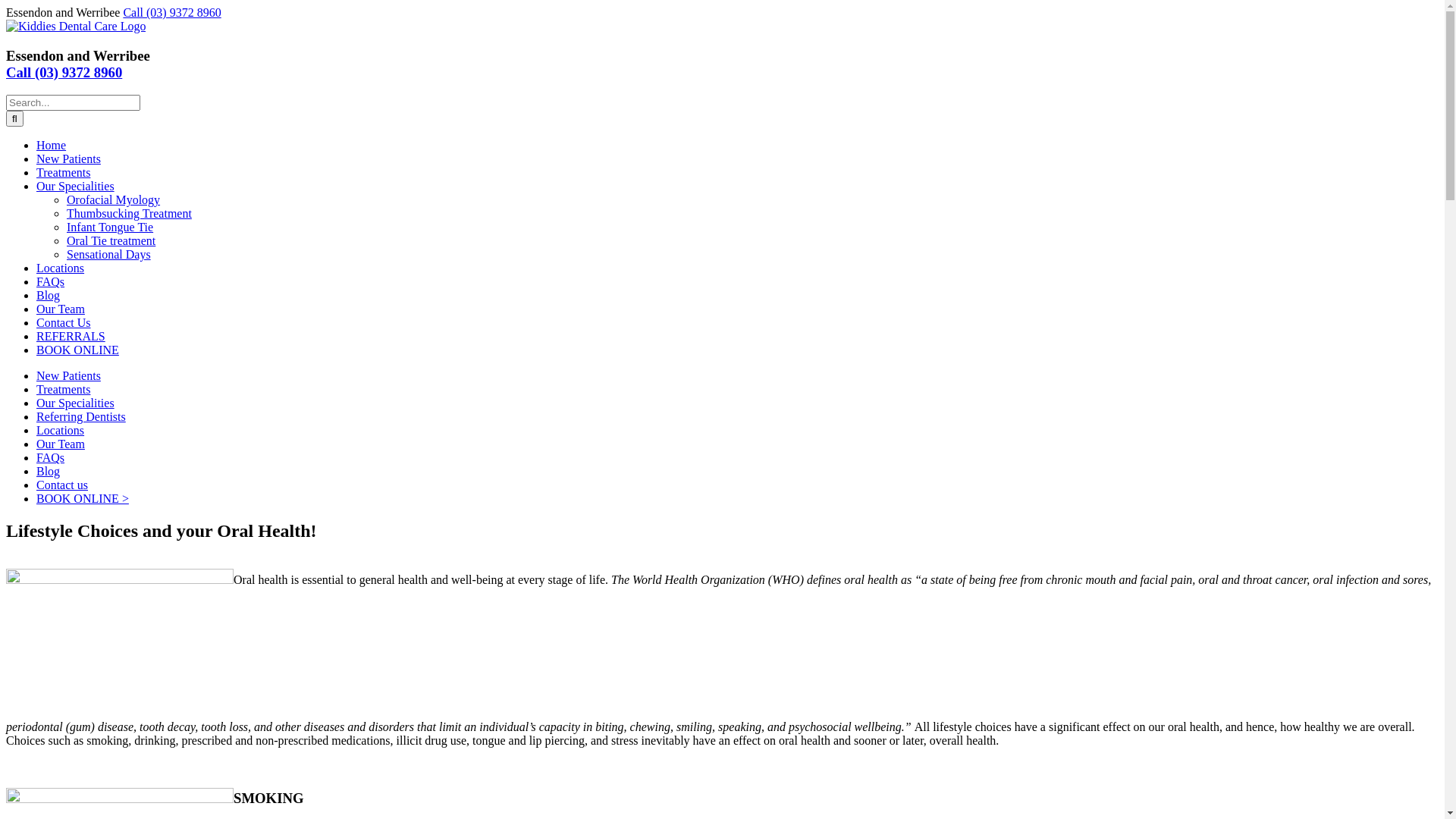  I want to click on 'Contact Us', so click(62, 322).